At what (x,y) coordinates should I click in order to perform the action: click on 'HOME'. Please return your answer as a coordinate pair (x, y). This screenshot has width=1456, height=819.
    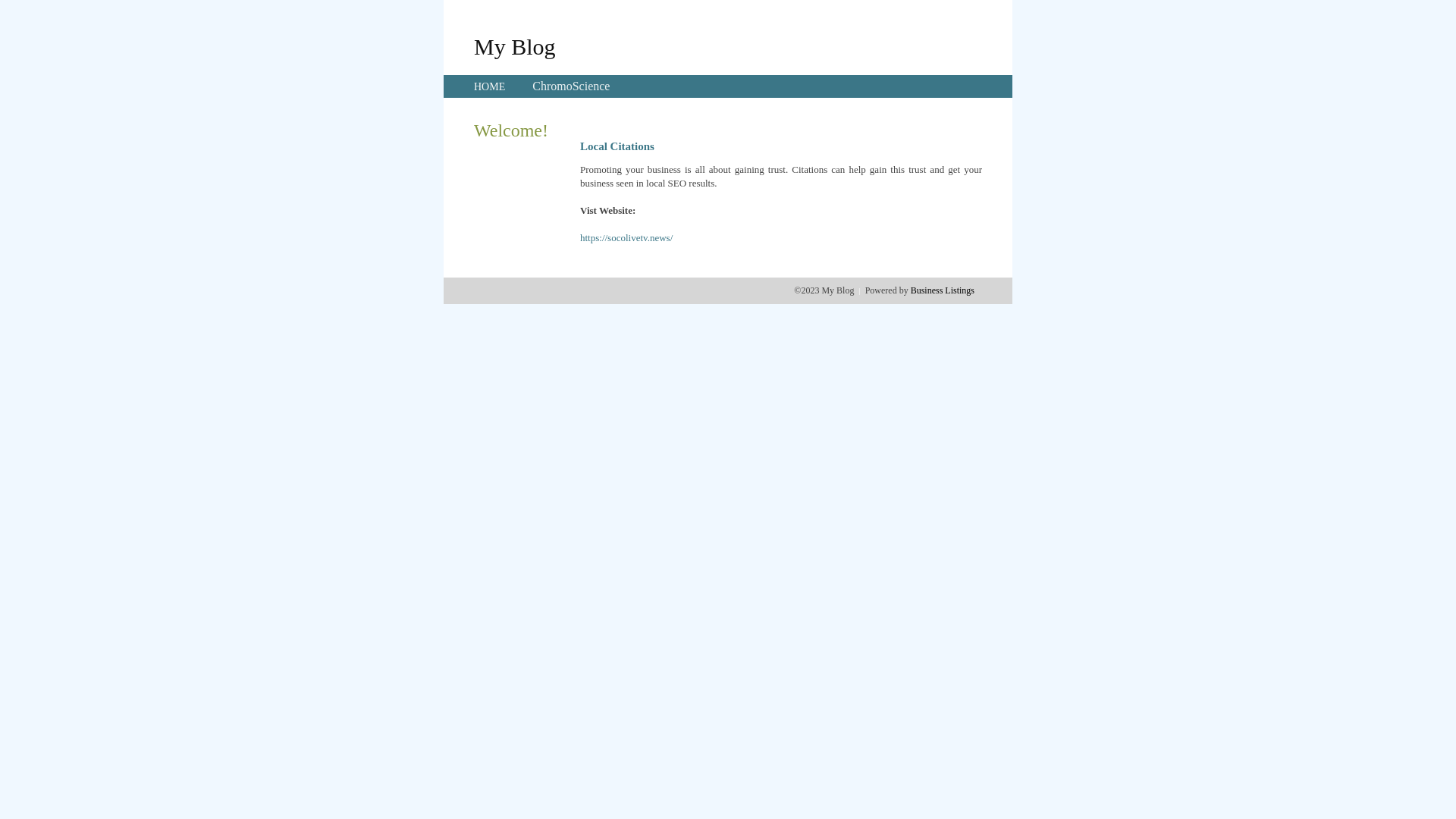
    Looking at the image, I should click on (489, 86).